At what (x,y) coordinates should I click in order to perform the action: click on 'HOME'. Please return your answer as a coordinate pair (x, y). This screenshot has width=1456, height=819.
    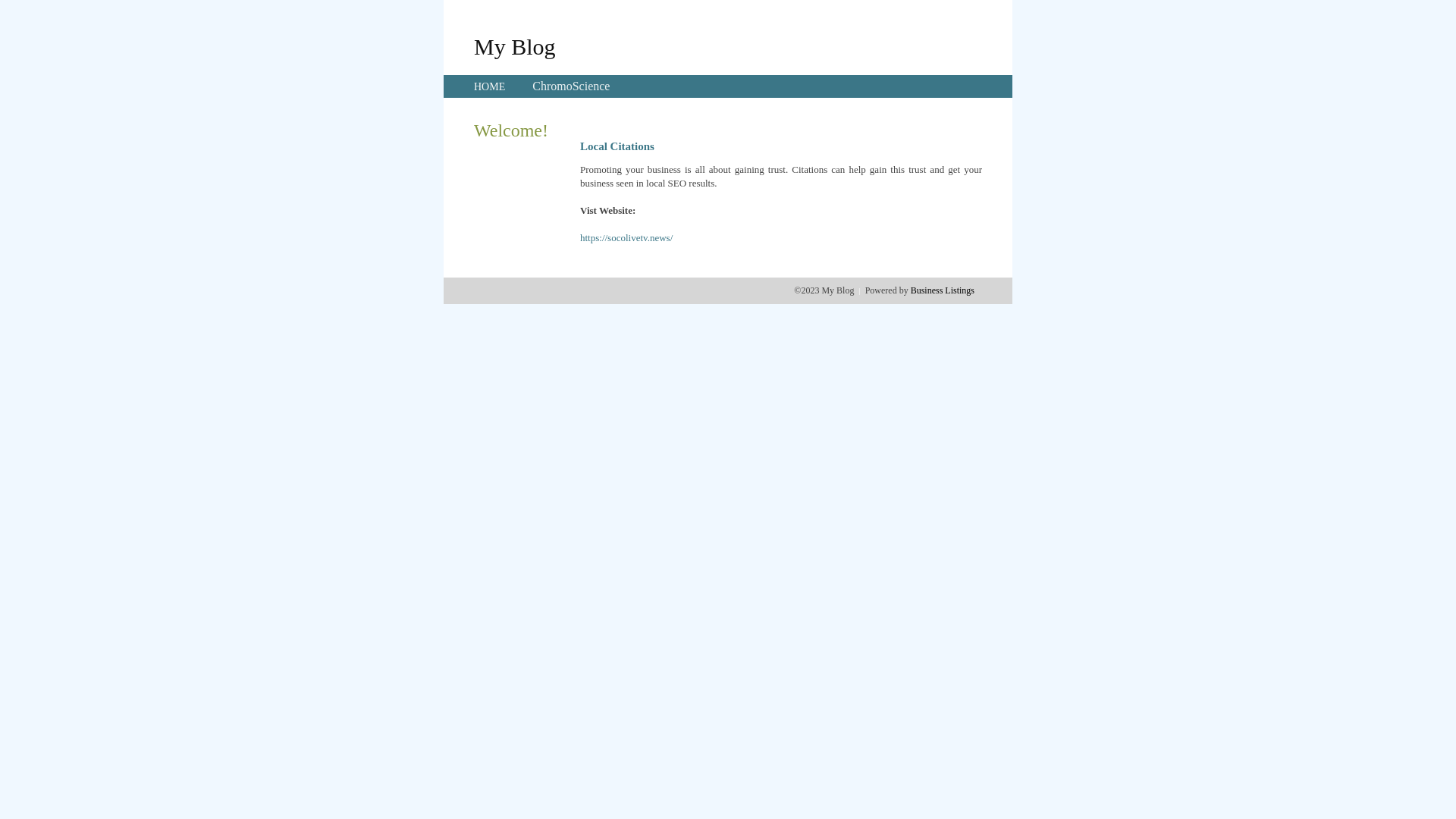
    Looking at the image, I should click on (489, 86).